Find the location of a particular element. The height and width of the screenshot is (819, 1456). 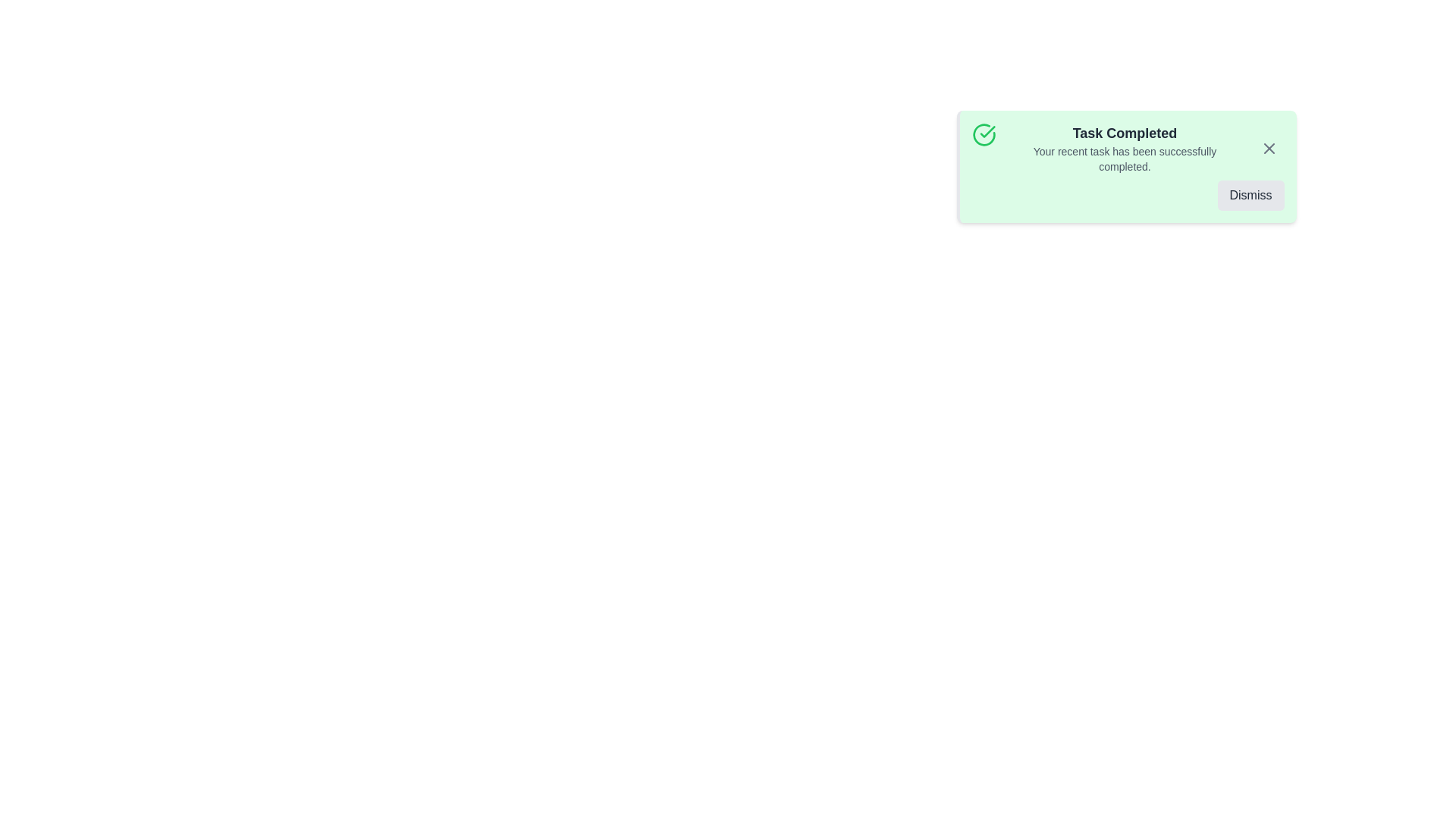

the close icon located at the top-right corner of the notification box for 'Task Completed' to possibly reveal additional tooltip or highlight effect is located at coordinates (1269, 149).